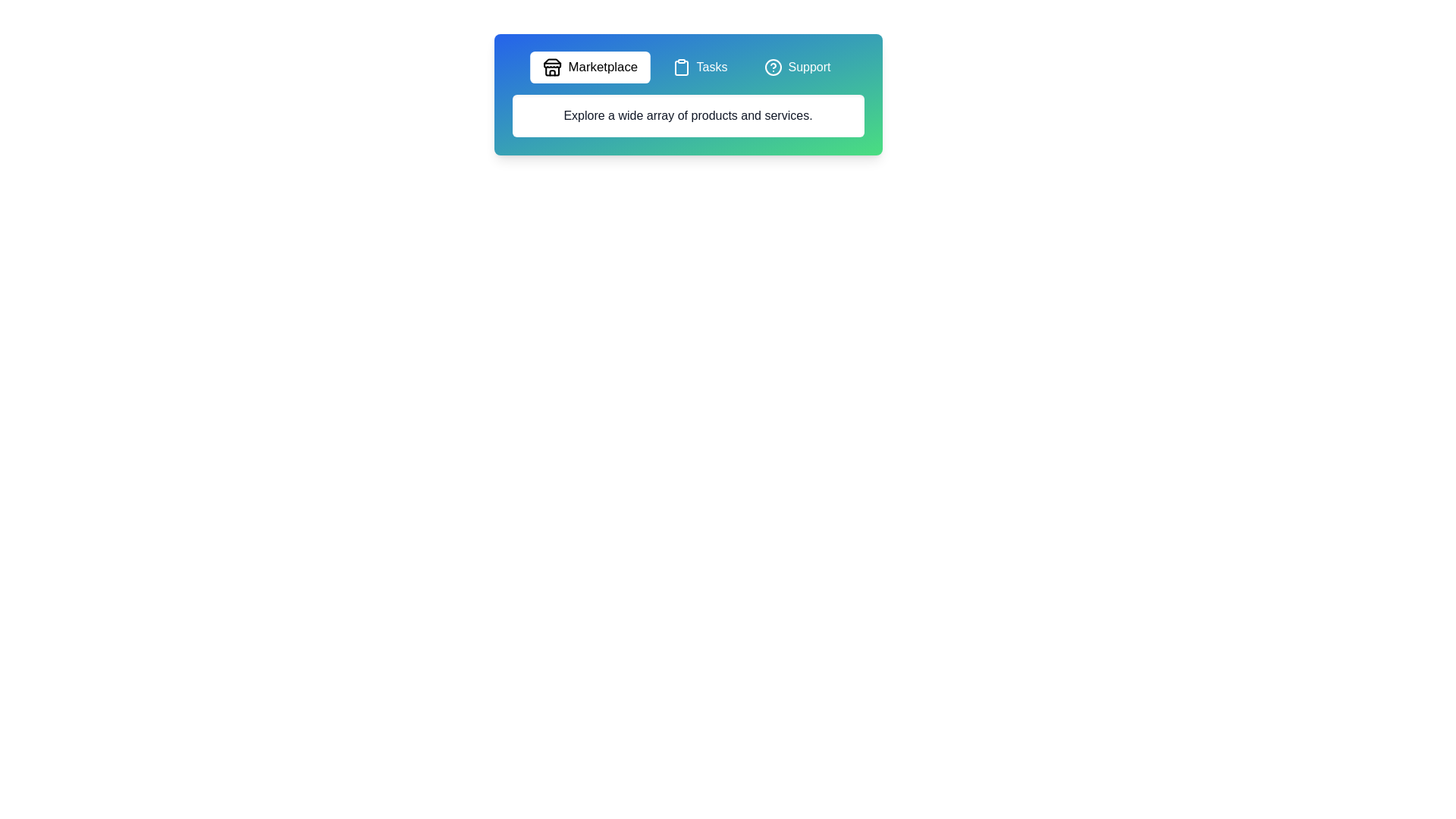 This screenshot has height=819, width=1456. I want to click on the tab labeled Marketplace, so click(589, 66).